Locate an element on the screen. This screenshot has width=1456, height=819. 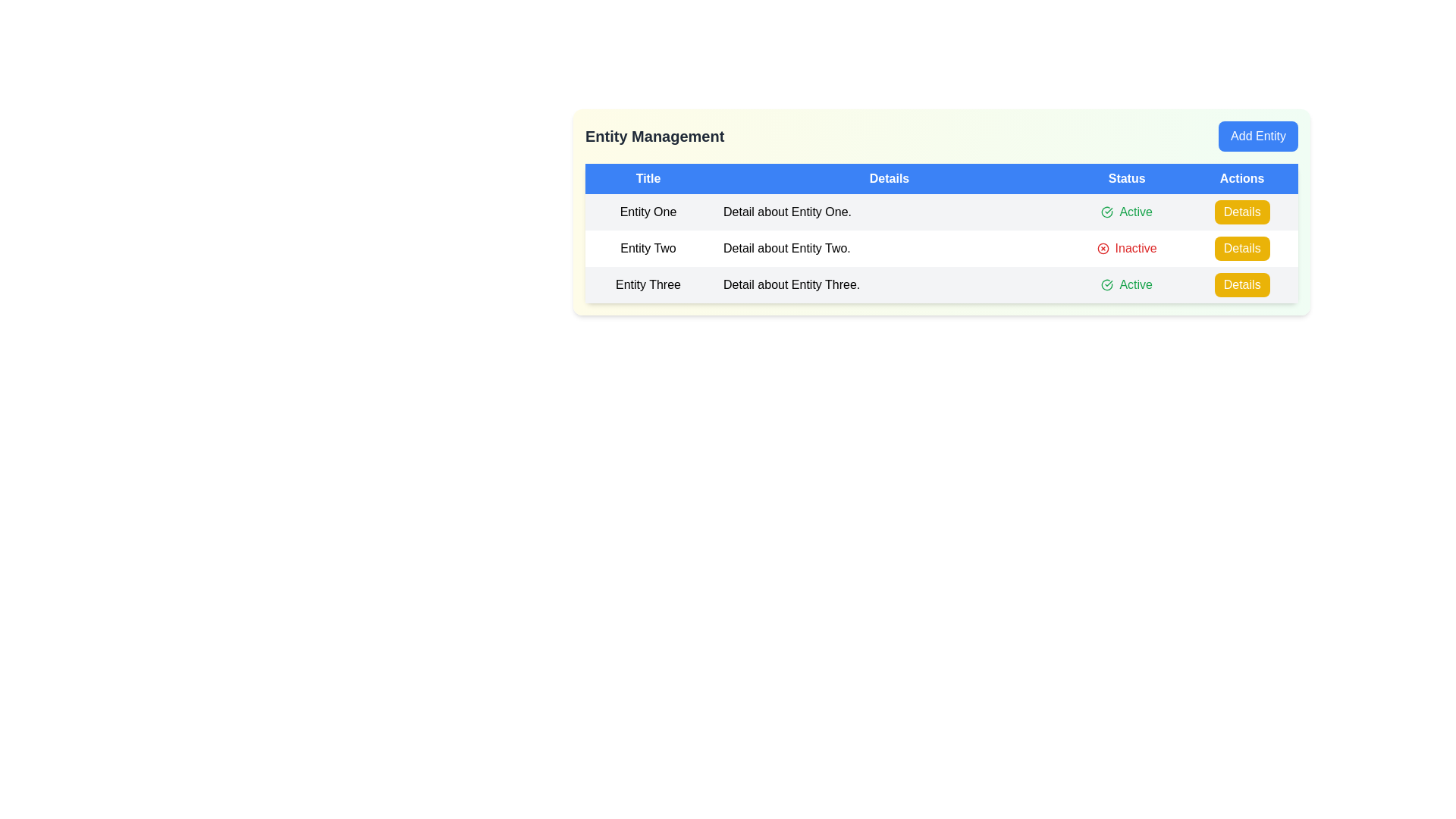
label of the 'Details' column header in the table, which is the second tab in a sequence of four tabs located near the top of the table is located at coordinates (889, 177).